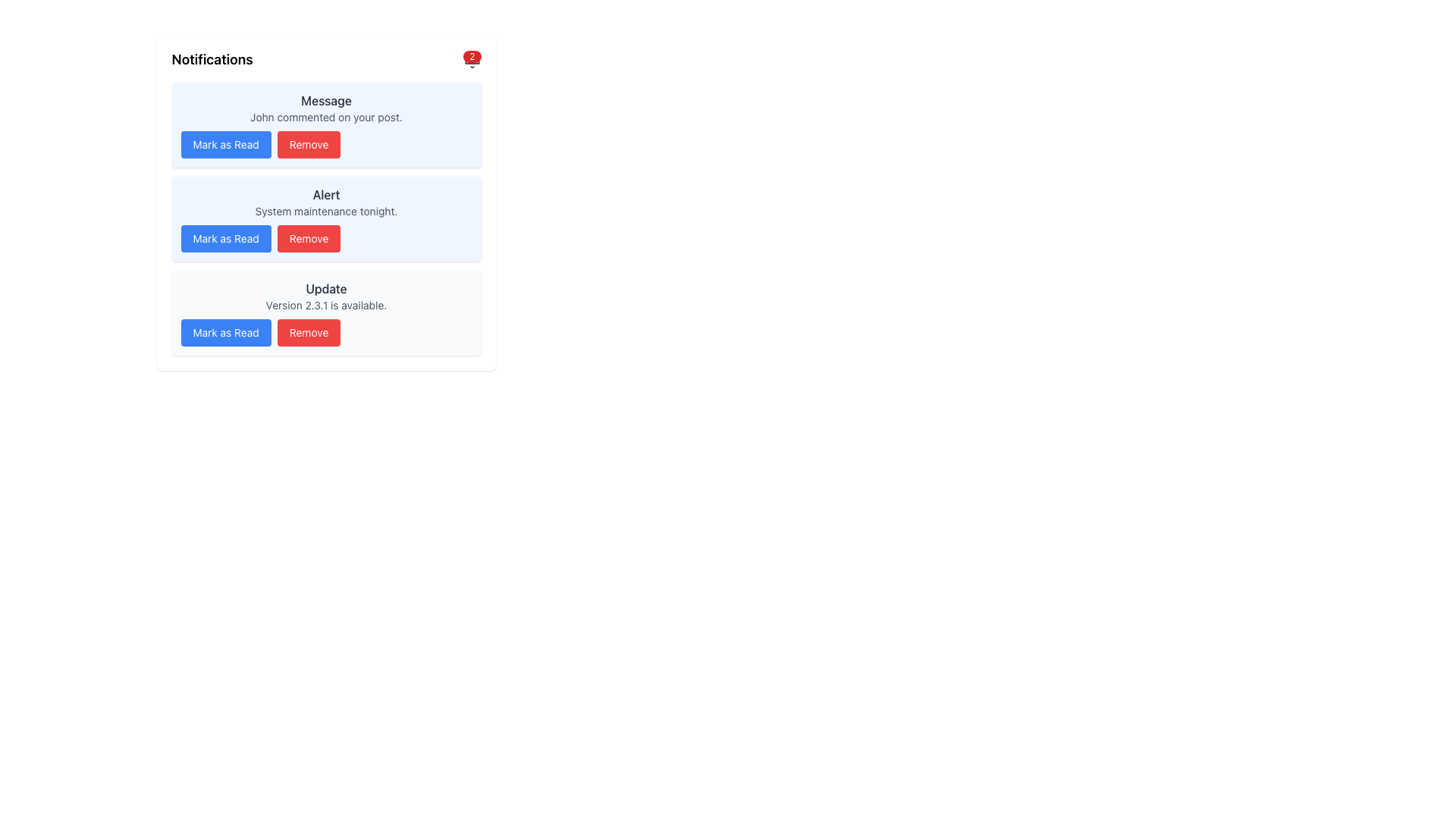  What do you see at coordinates (471, 55) in the screenshot?
I see `the count displayed on the unread notifications badge located in the top-right corner of the notification bell icon` at bounding box center [471, 55].